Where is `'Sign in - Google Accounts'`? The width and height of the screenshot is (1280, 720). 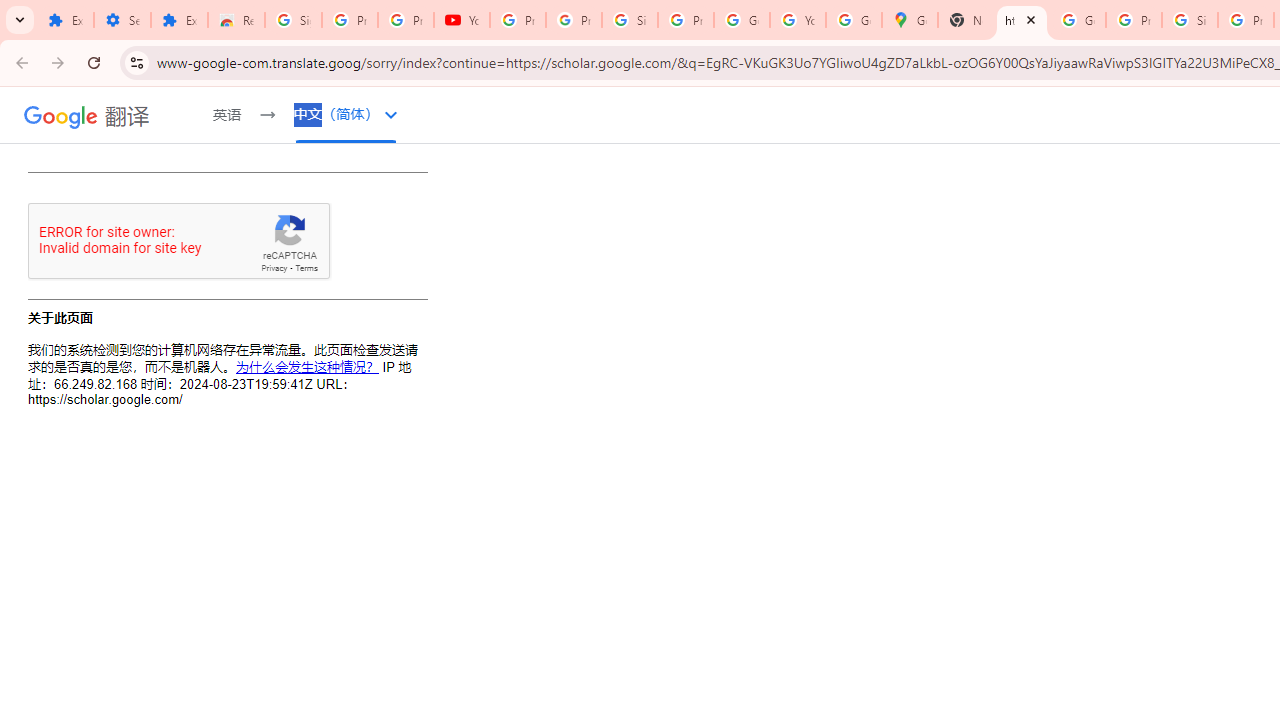 'Sign in - Google Accounts' is located at coordinates (1190, 20).